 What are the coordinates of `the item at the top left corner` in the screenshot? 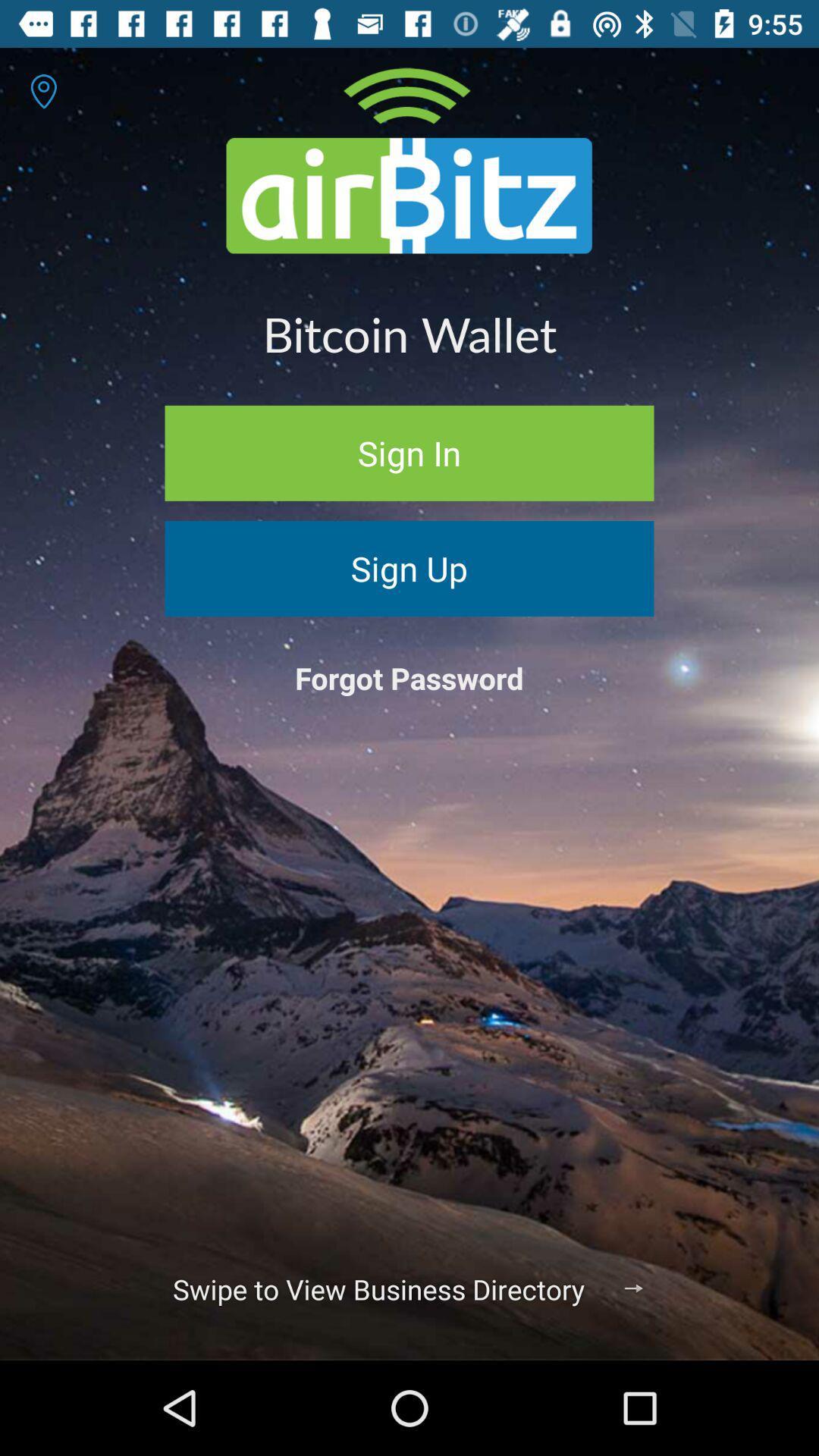 It's located at (42, 90).